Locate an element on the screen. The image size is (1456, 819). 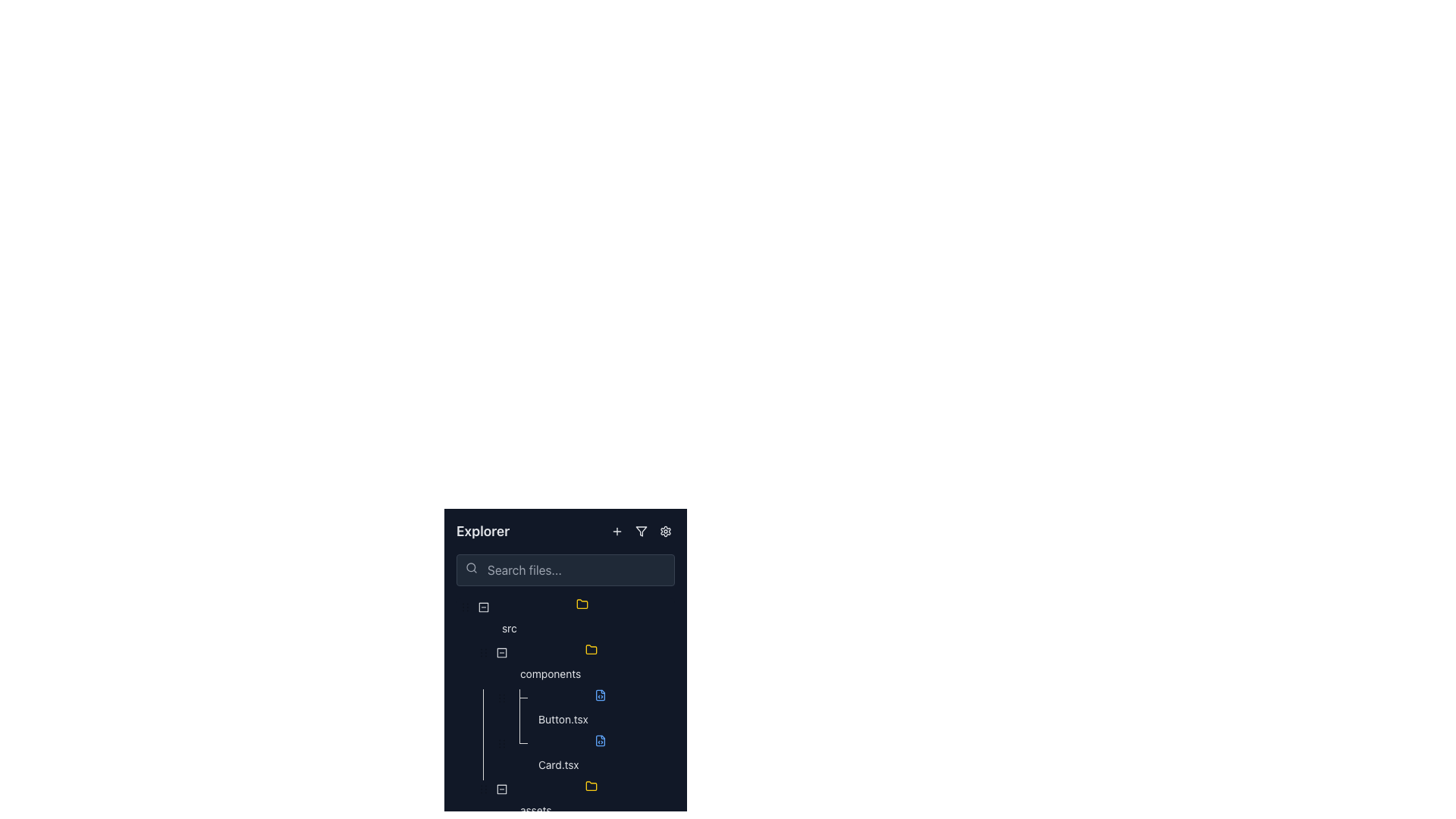
the non-interactive visual indicator (tree branch) located to the left of 'Button.tsx' in the tree structure is located at coordinates (520, 711).